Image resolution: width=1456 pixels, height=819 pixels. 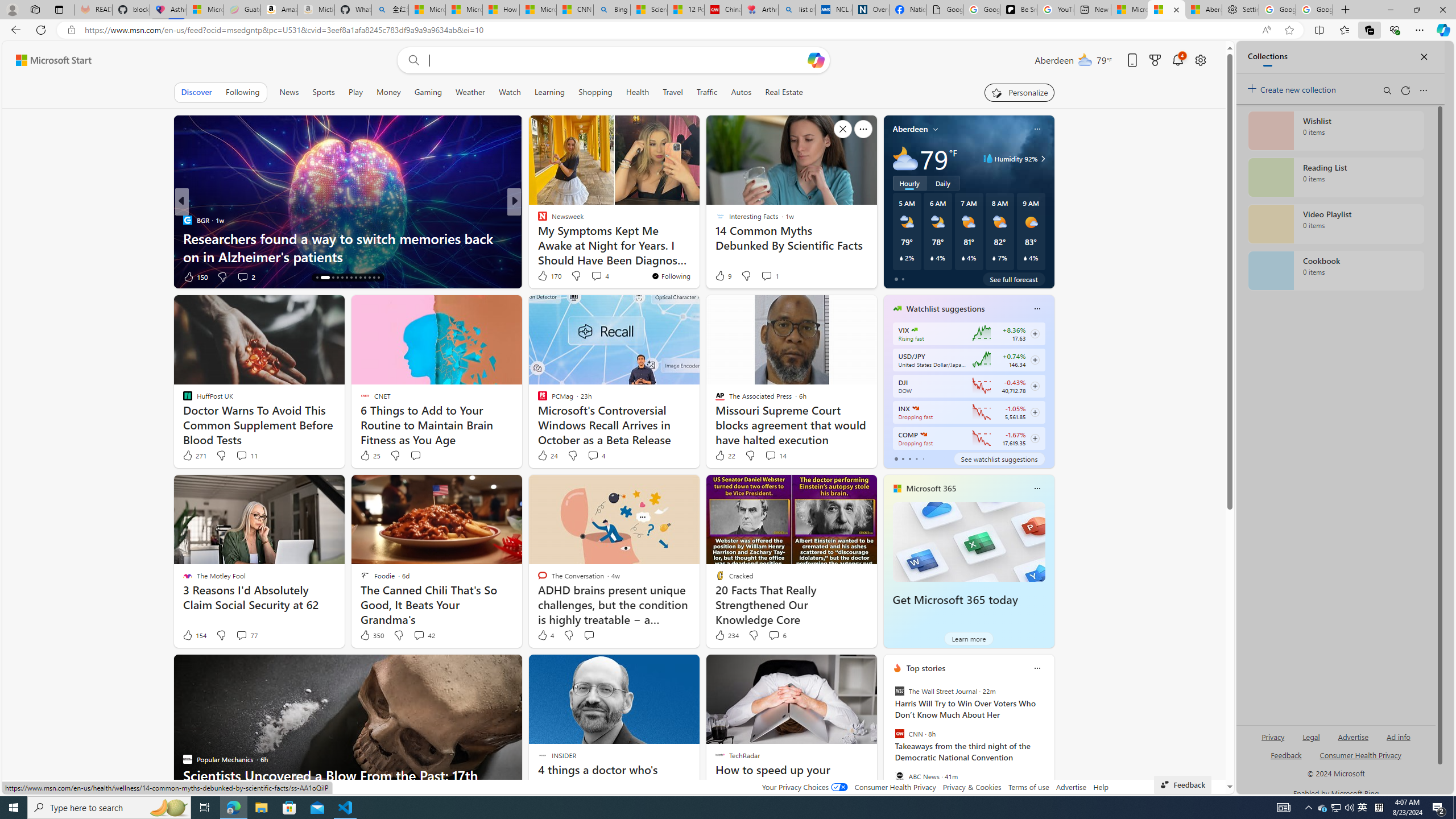 I want to click on 'View comments 4 Comment', so click(x=595, y=455).